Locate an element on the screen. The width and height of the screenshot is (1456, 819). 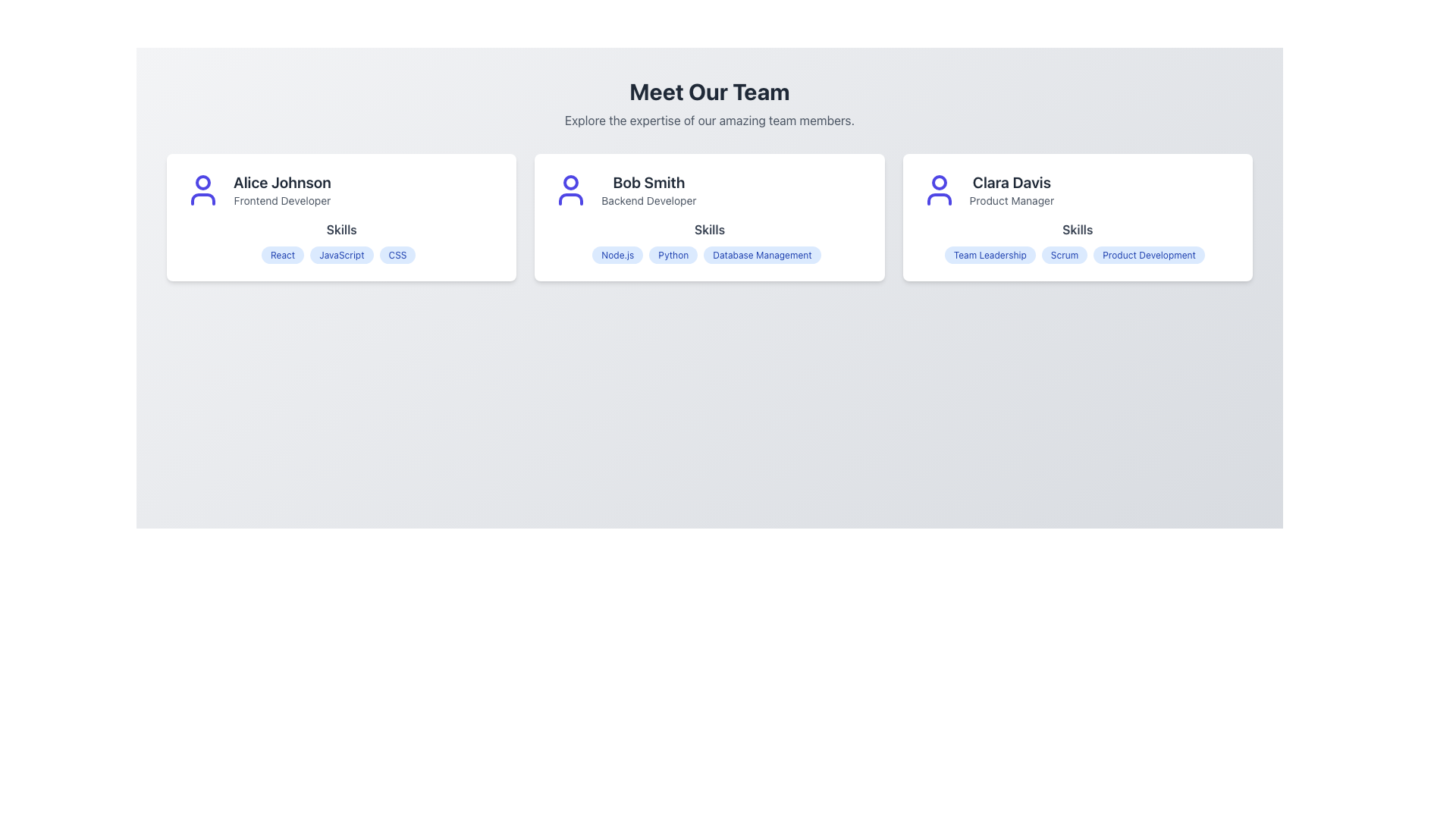
the curved line graphic of the user icon representing the body of 'Alice Johnson' located at the lower portion of the icon is located at coordinates (202, 198).